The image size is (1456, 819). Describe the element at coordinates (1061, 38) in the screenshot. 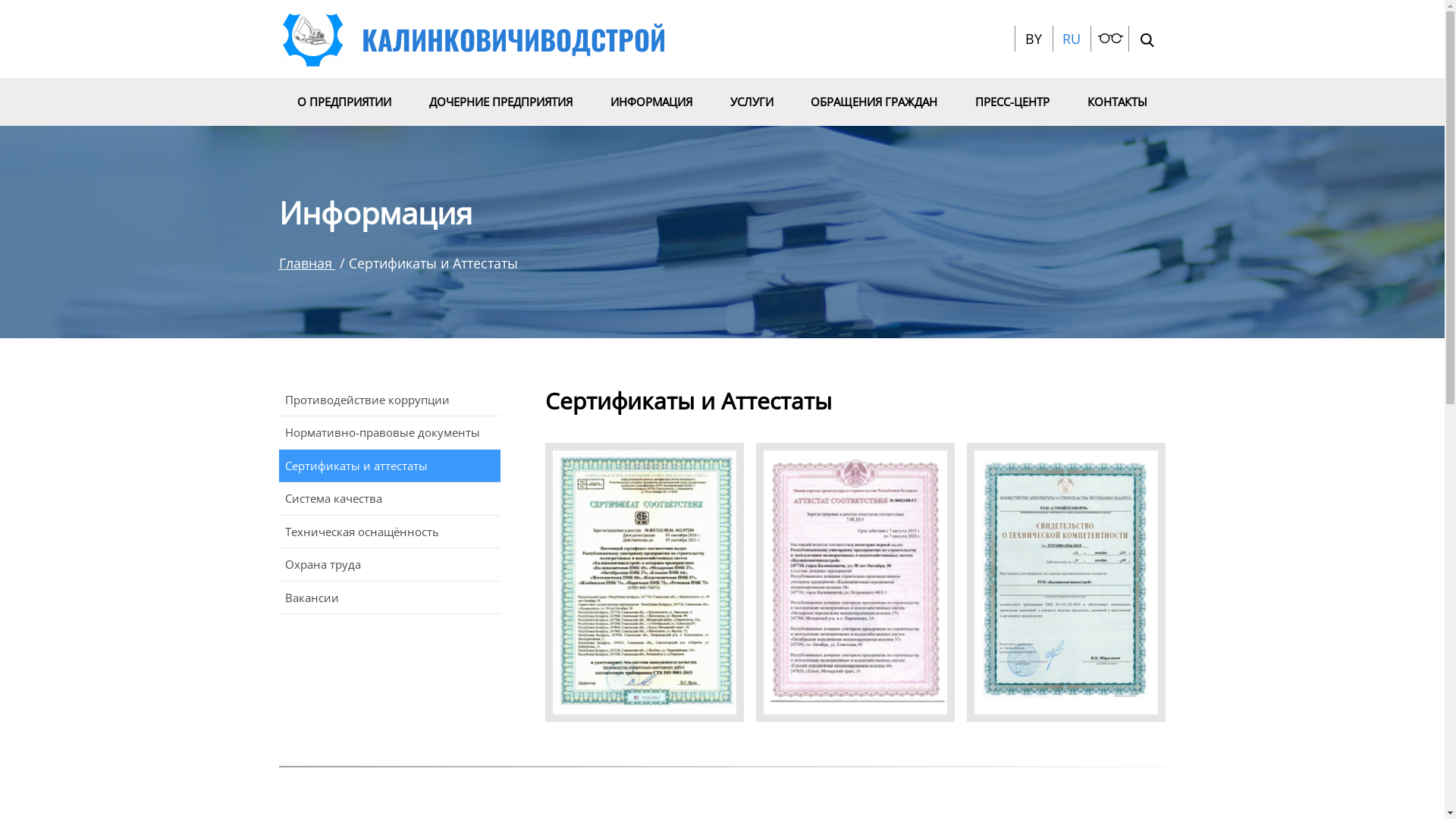

I see `'RU'` at that location.